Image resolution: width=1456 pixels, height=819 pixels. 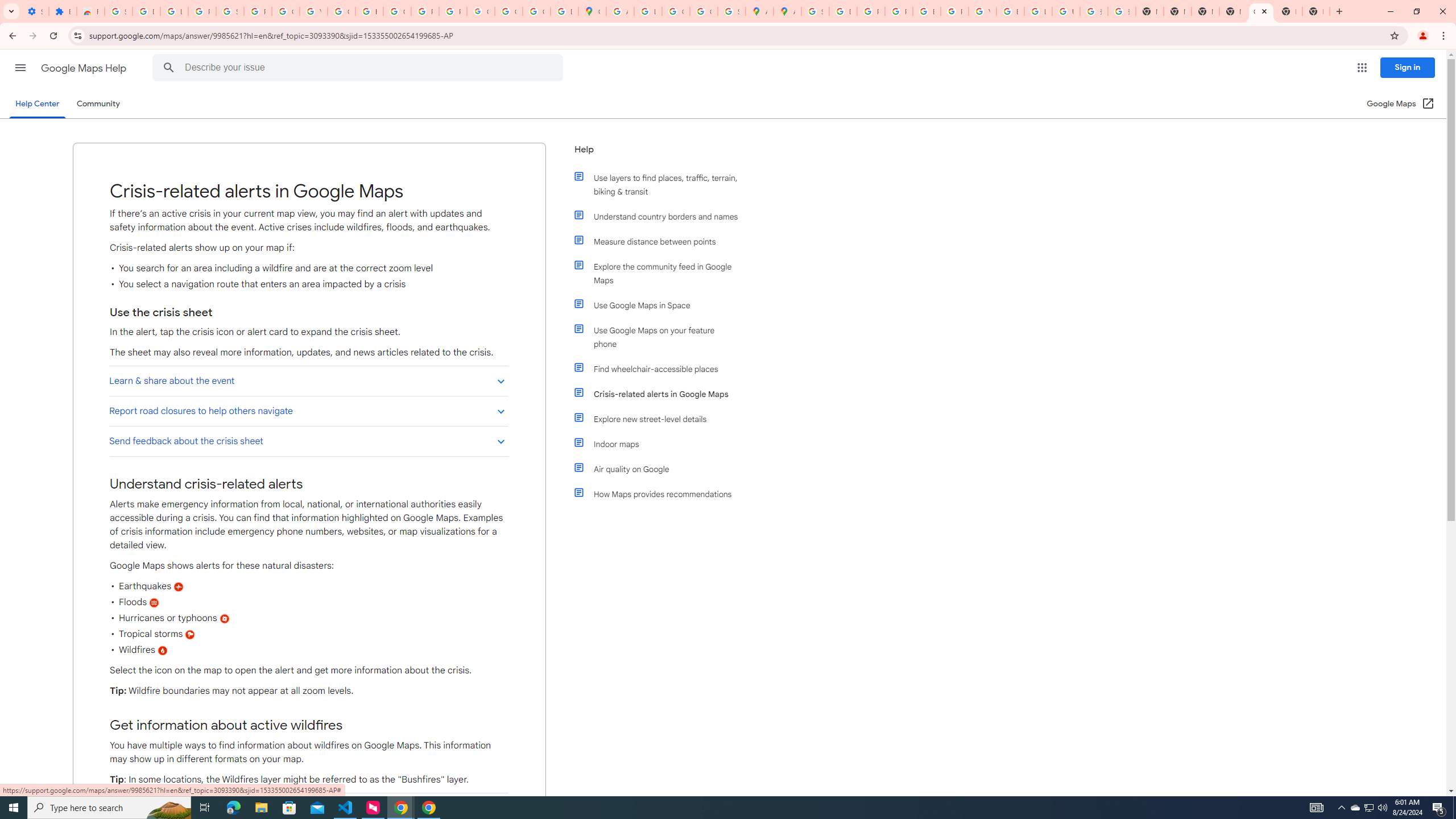 What do you see at coordinates (1260, 11) in the screenshot?
I see `'Crisis-related alerts in Google Maps - Google Maps Help'` at bounding box center [1260, 11].